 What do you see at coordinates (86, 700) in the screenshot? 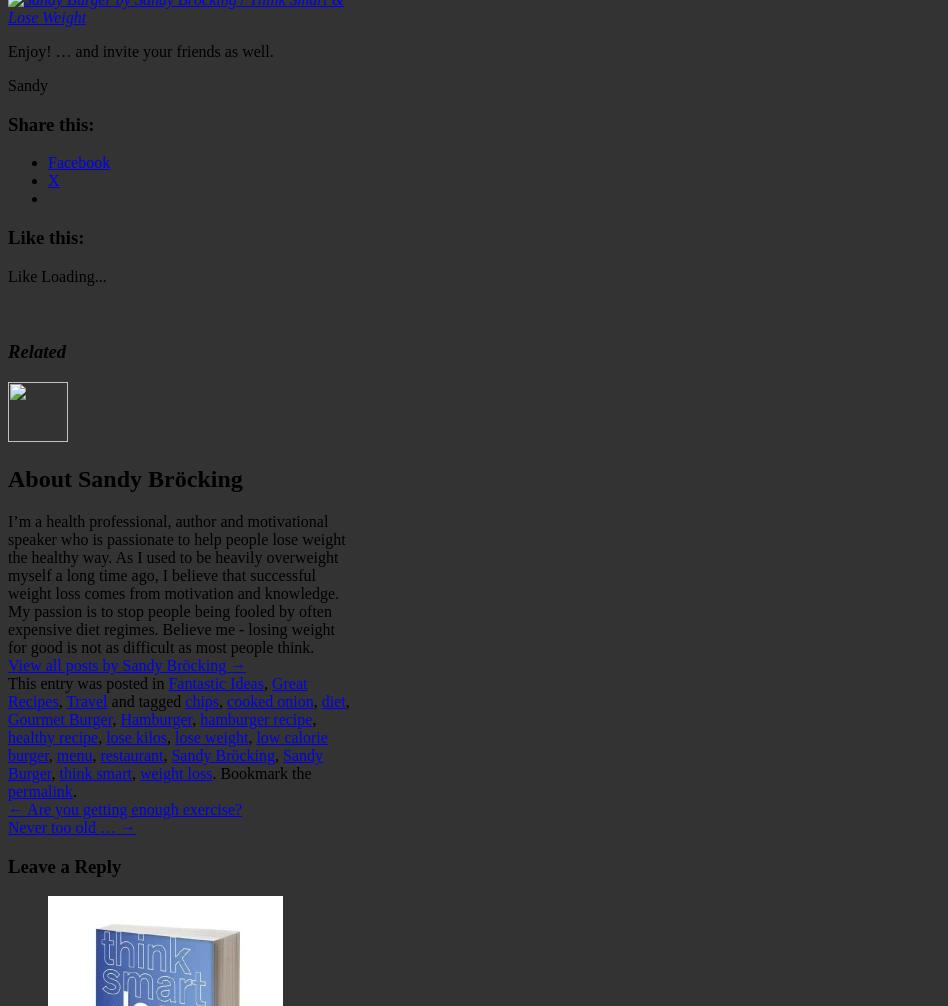
I see `'Travel'` at bounding box center [86, 700].